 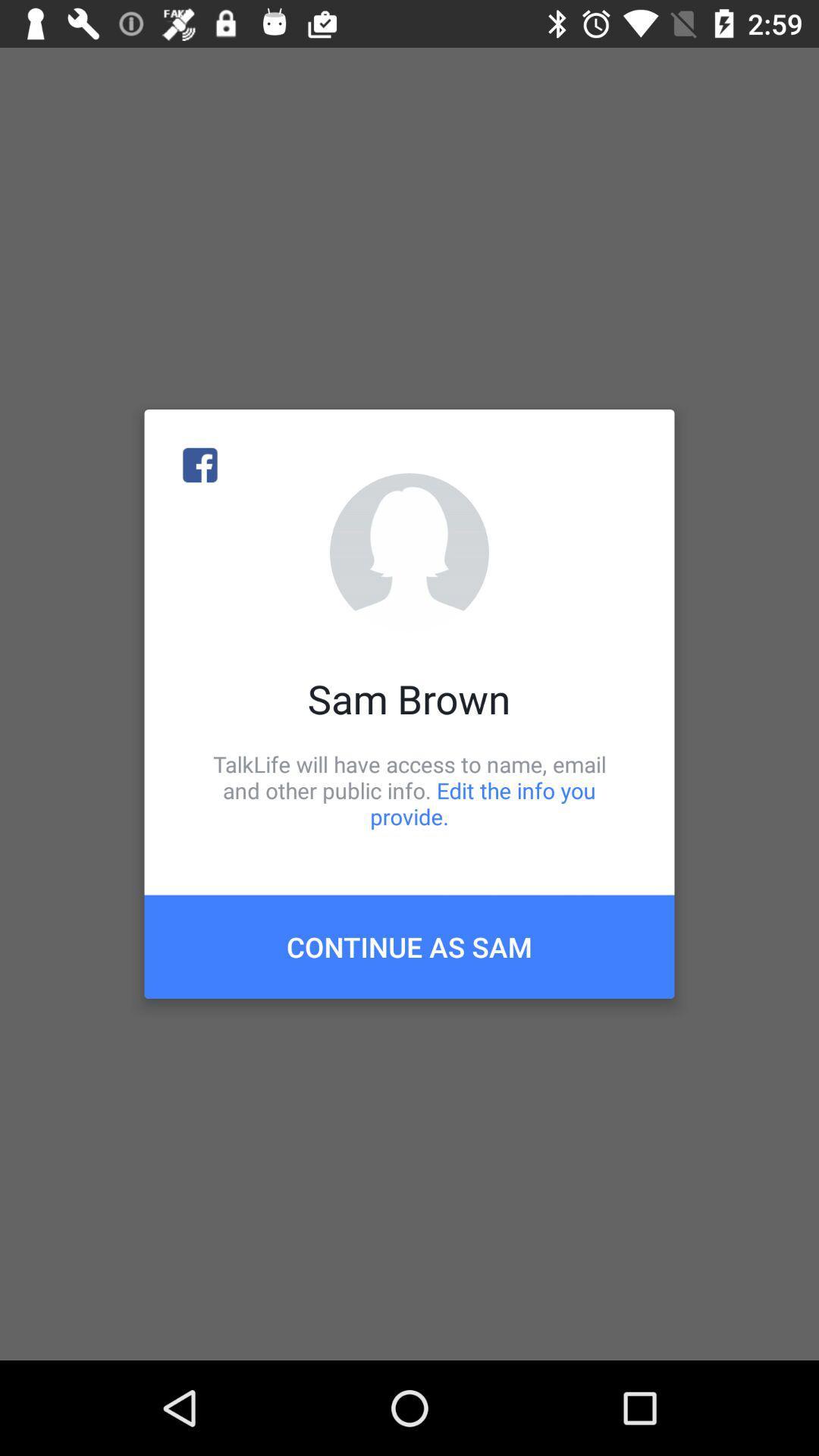 I want to click on the continue as sam item, so click(x=409, y=946).